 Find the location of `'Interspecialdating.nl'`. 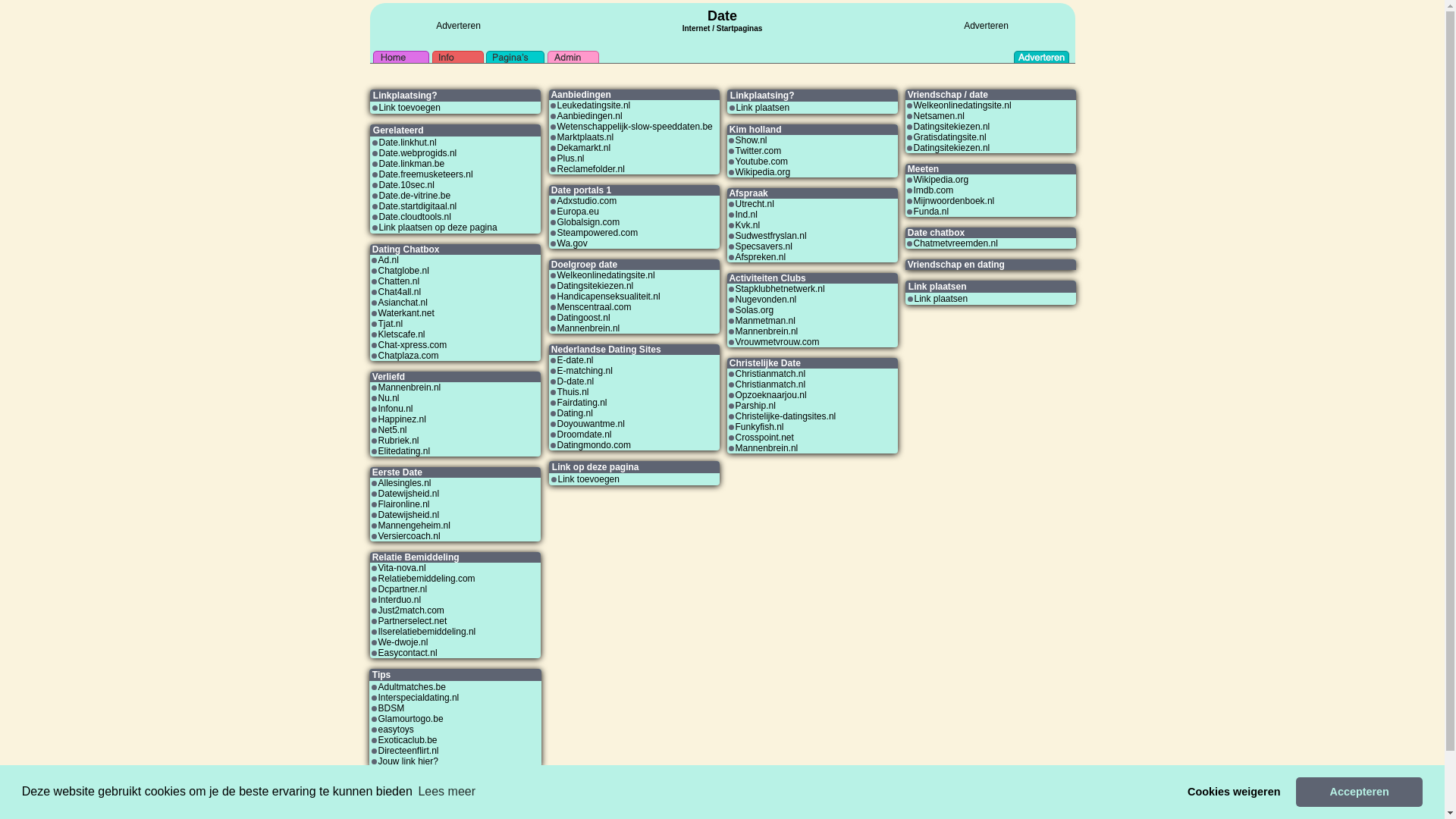

'Interspecialdating.nl' is located at coordinates (418, 698).